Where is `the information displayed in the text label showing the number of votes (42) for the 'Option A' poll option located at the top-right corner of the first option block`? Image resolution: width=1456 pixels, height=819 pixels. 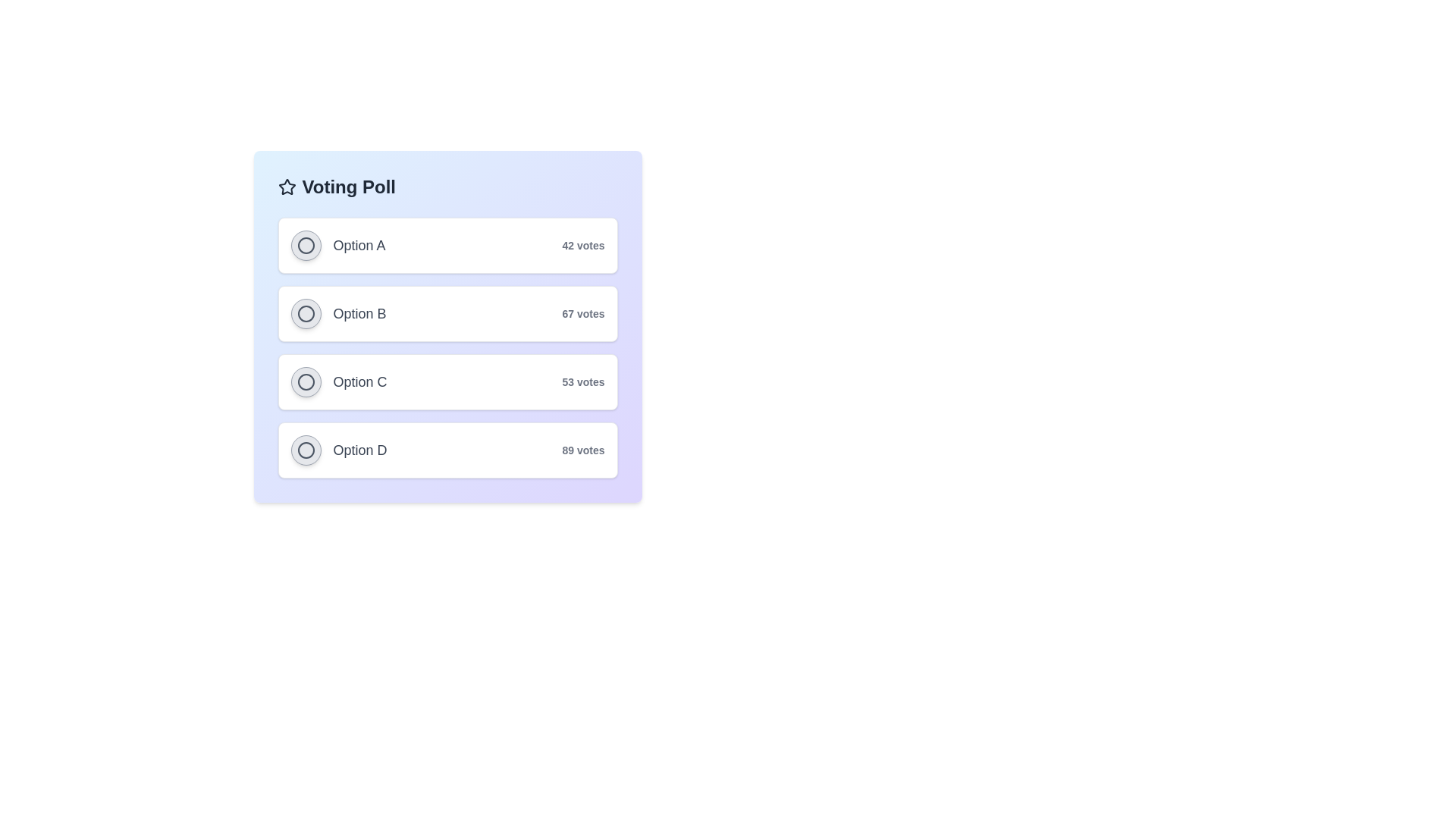 the information displayed in the text label showing the number of votes (42) for the 'Option A' poll option located at the top-right corner of the first option block is located at coordinates (582, 245).